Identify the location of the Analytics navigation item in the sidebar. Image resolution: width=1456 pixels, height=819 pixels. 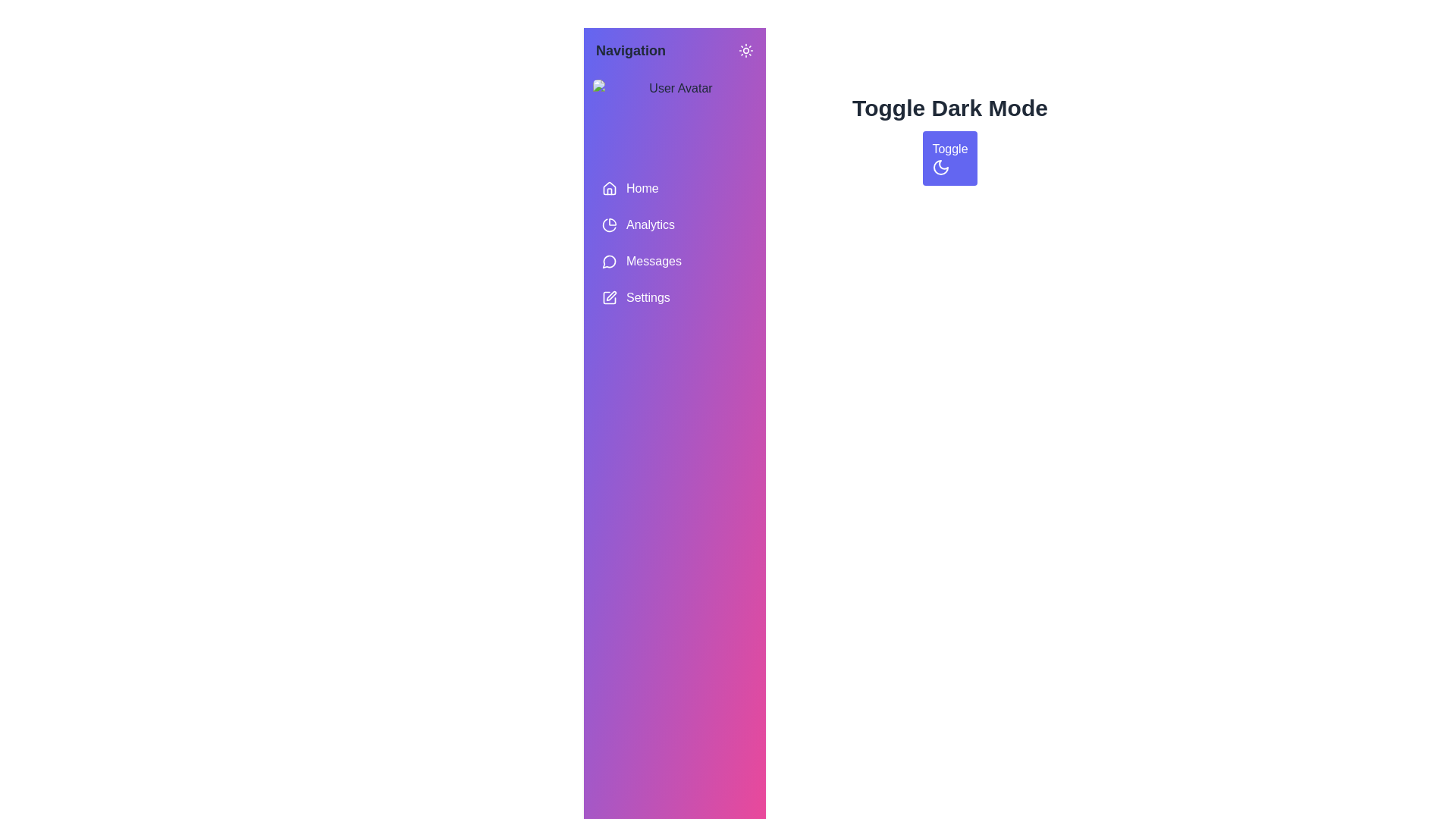
(673, 225).